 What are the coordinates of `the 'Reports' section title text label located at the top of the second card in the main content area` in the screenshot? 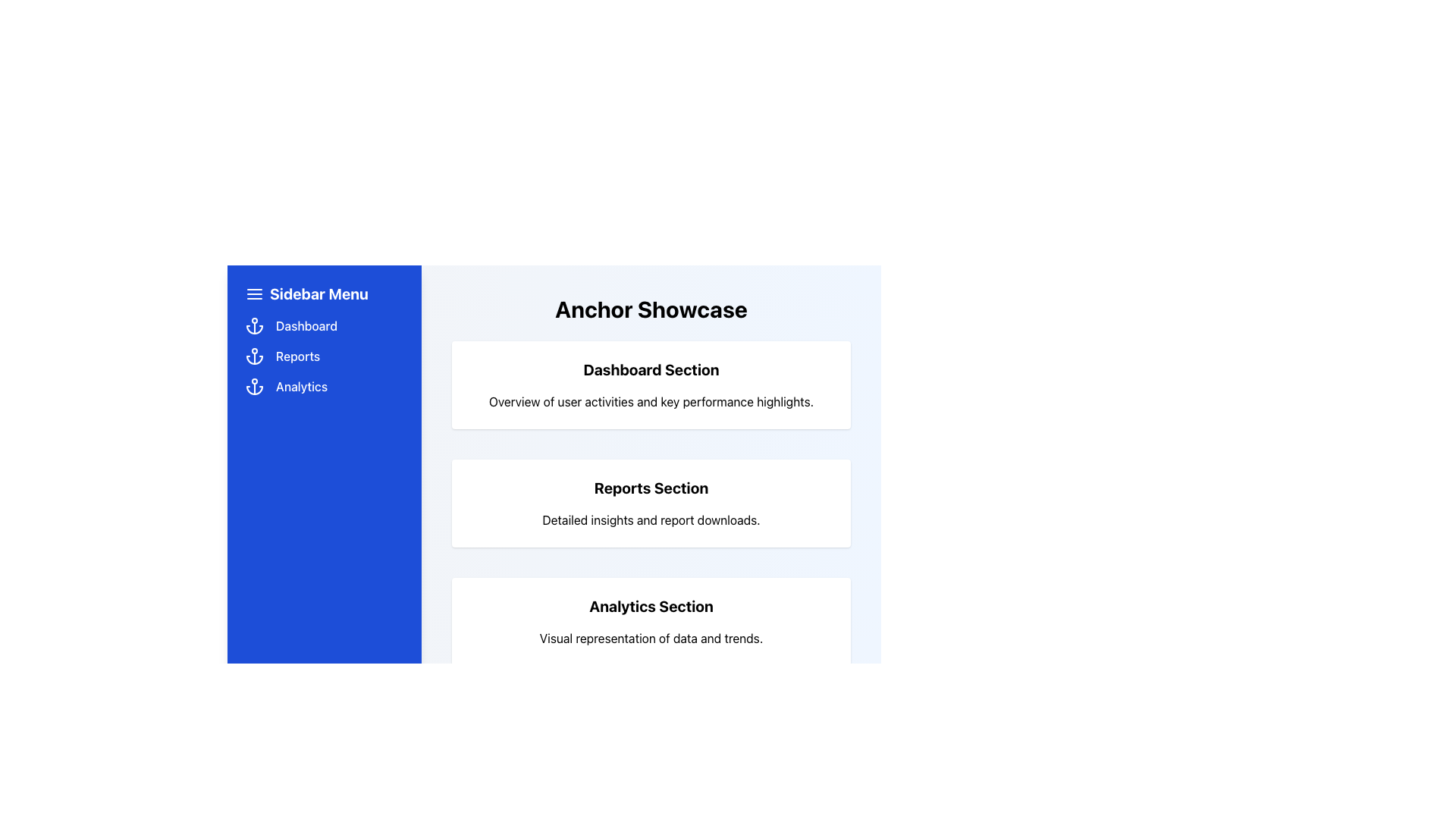 It's located at (651, 488).